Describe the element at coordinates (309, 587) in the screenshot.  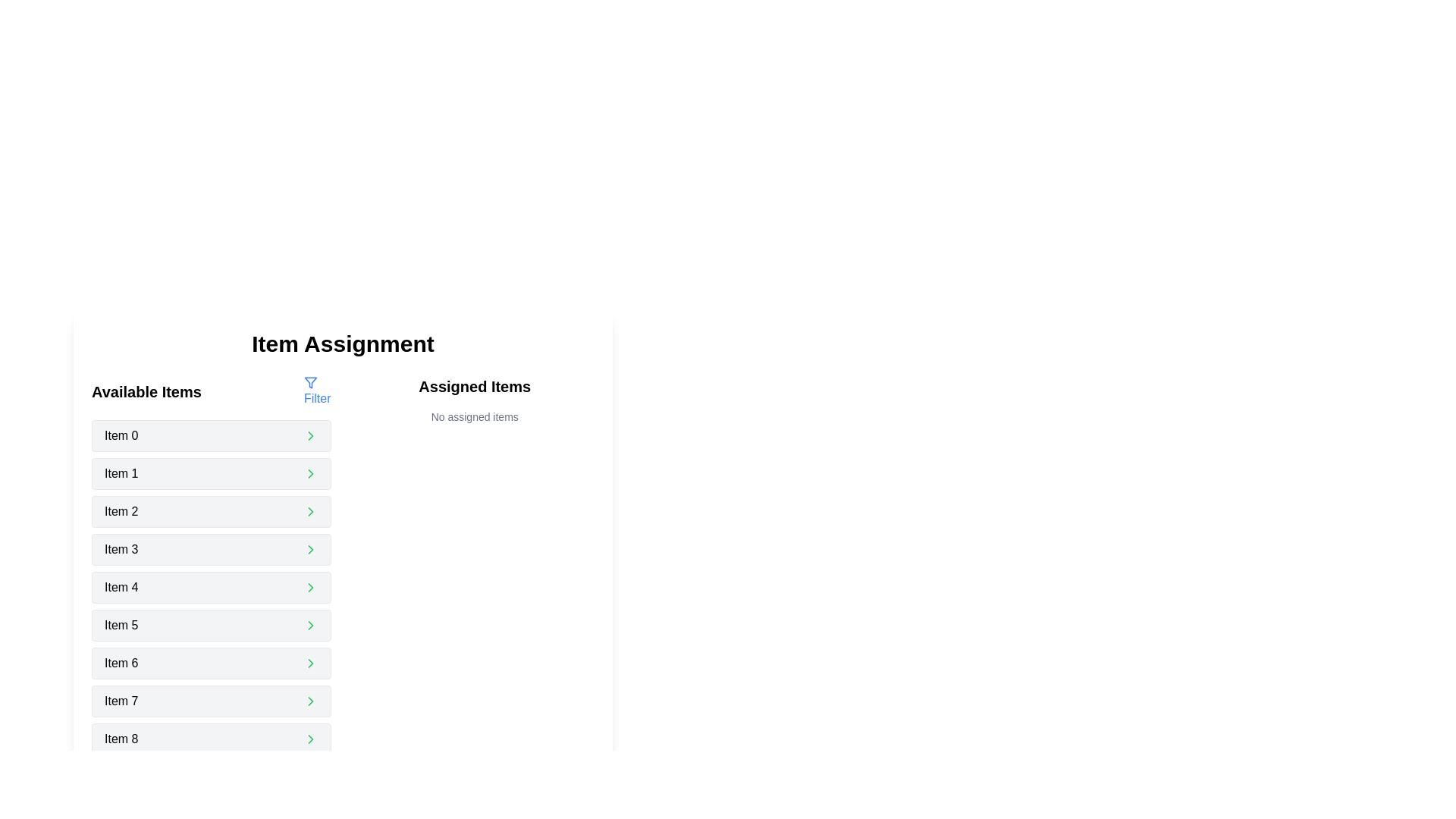
I see `the rightward pointing chevron arrow SVG icon associated with 'Item 4' in the 'Available Items' list` at that location.